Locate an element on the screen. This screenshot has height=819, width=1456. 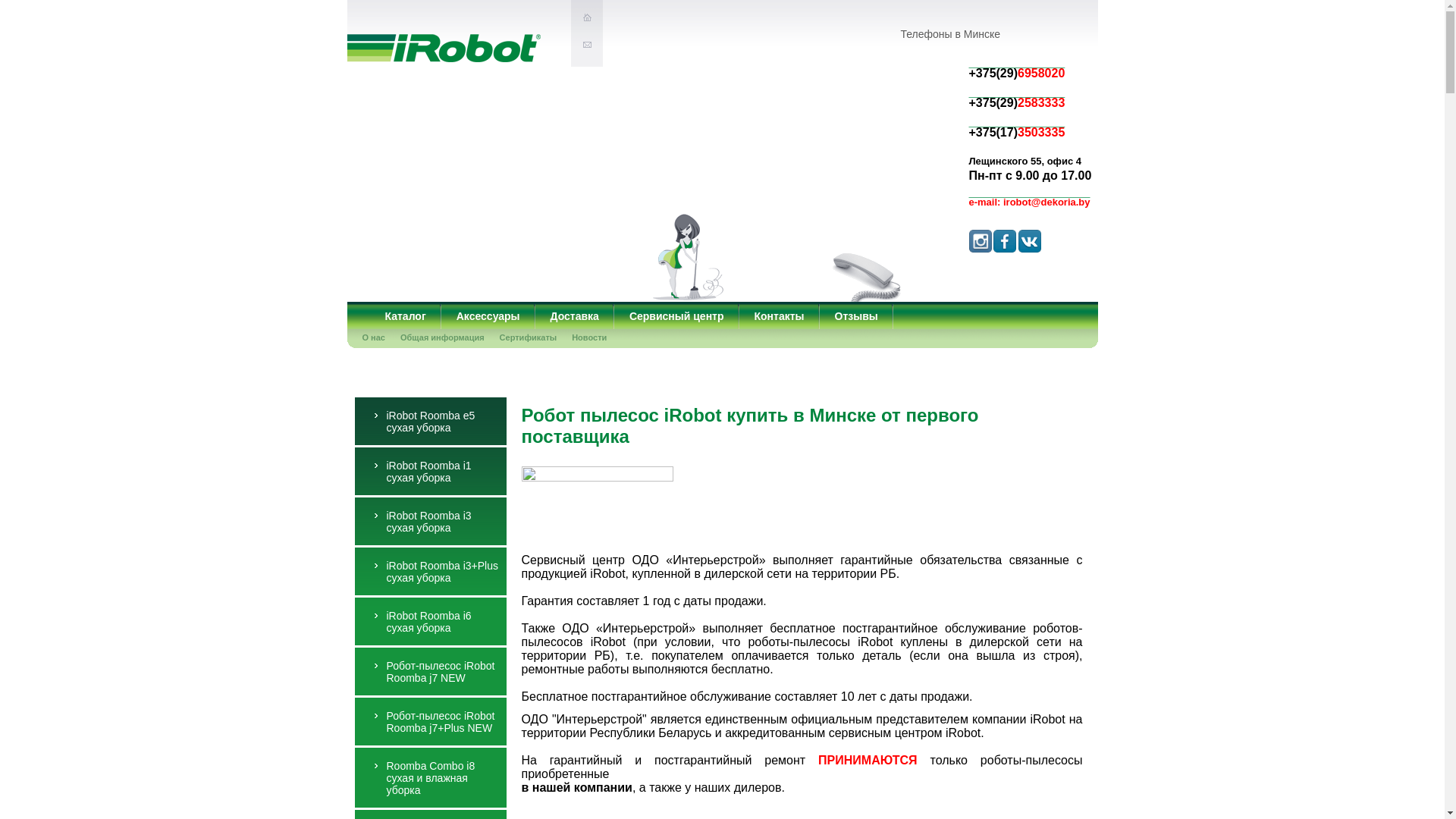
'+375(17)3503335' is located at coordinates (968, 121).